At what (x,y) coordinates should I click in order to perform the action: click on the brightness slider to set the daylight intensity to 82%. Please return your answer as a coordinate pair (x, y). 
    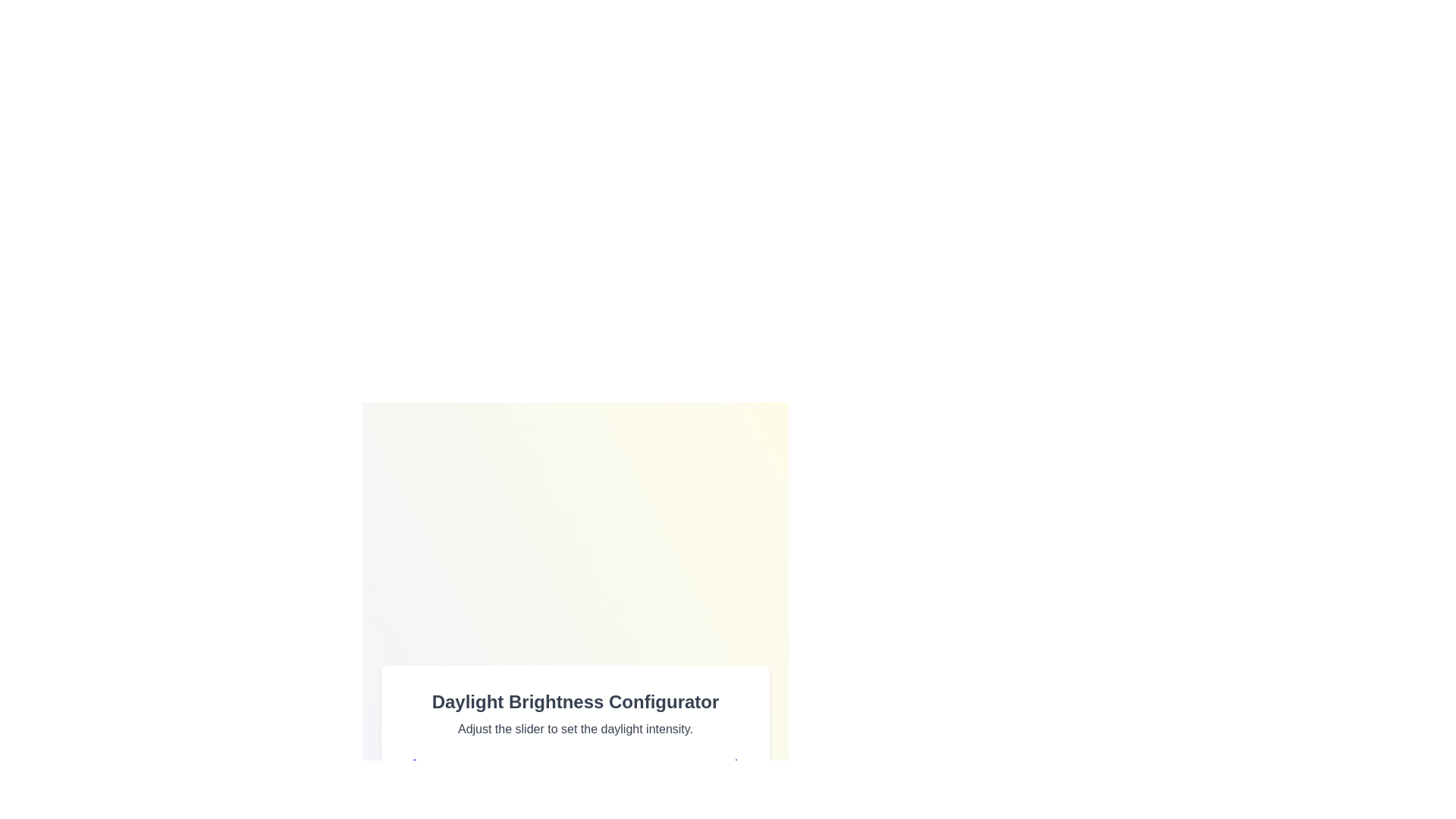
    Looking at the image, I should click on (683, 800).